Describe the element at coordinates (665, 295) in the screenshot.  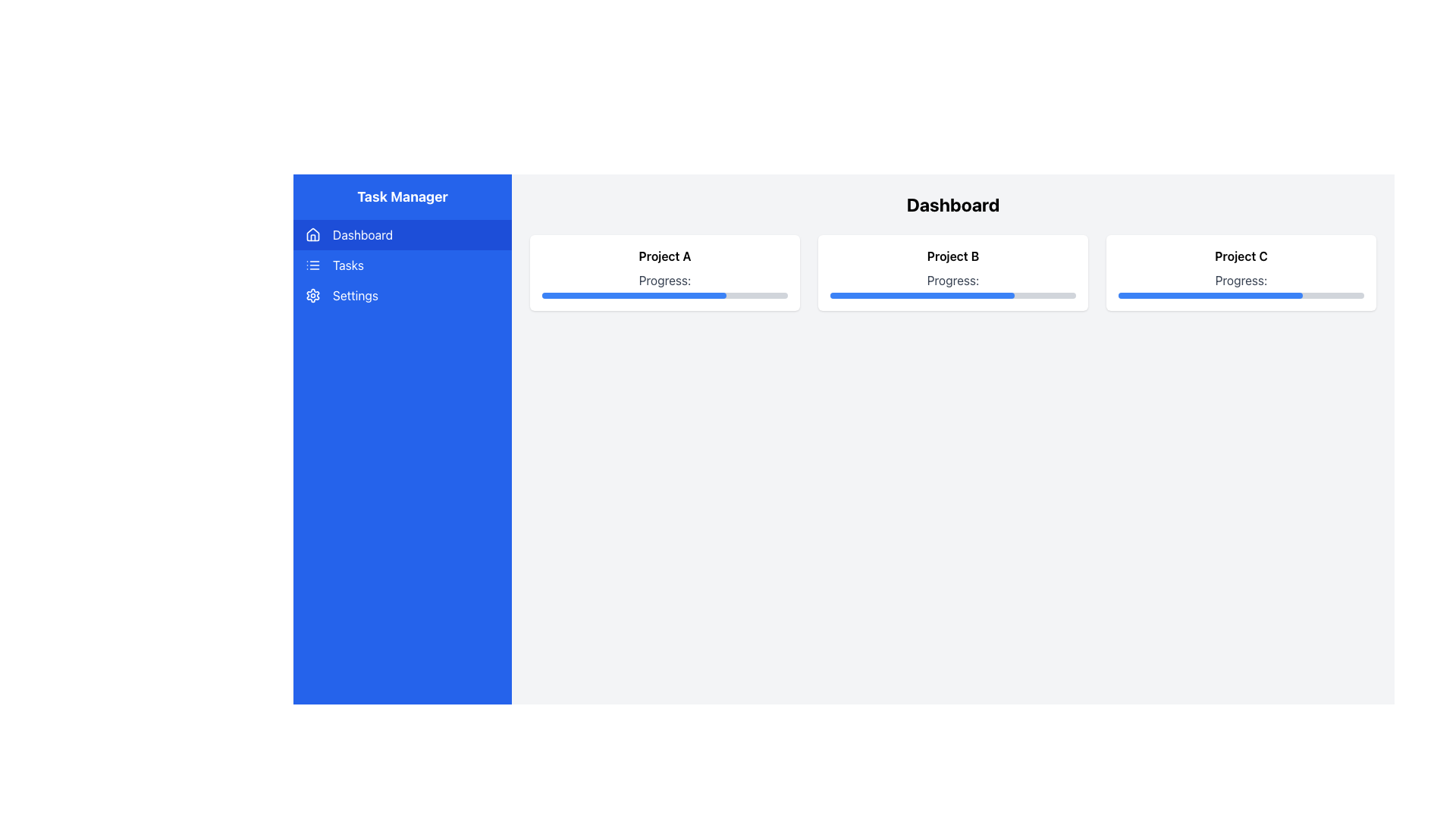
I see `the progress bar indicating the completion percentage of 'Project A' located below the 'Progress:' label on the dashboard` at that location.